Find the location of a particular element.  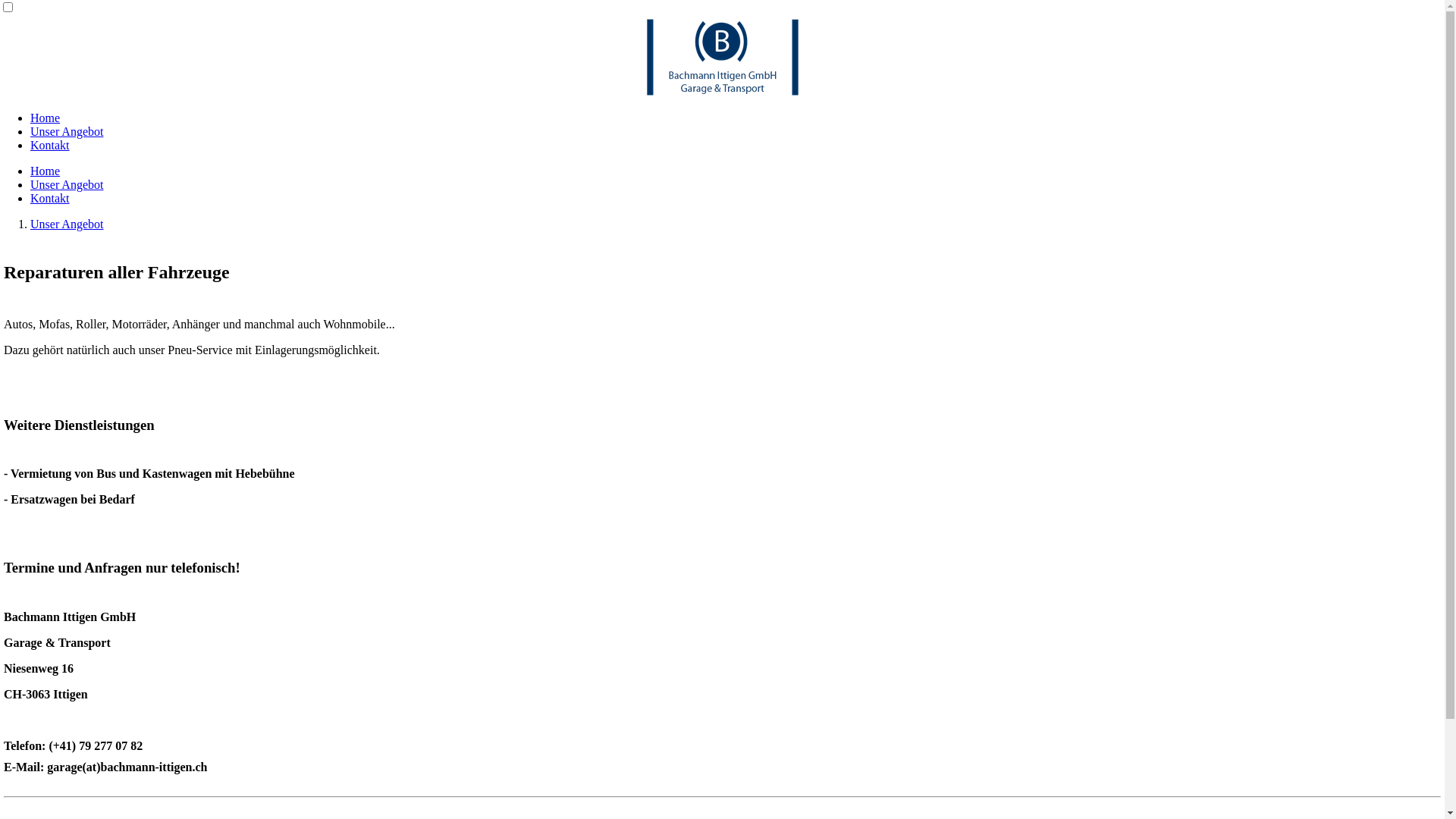

'Kontakt' is located at coordinates (50, 145).